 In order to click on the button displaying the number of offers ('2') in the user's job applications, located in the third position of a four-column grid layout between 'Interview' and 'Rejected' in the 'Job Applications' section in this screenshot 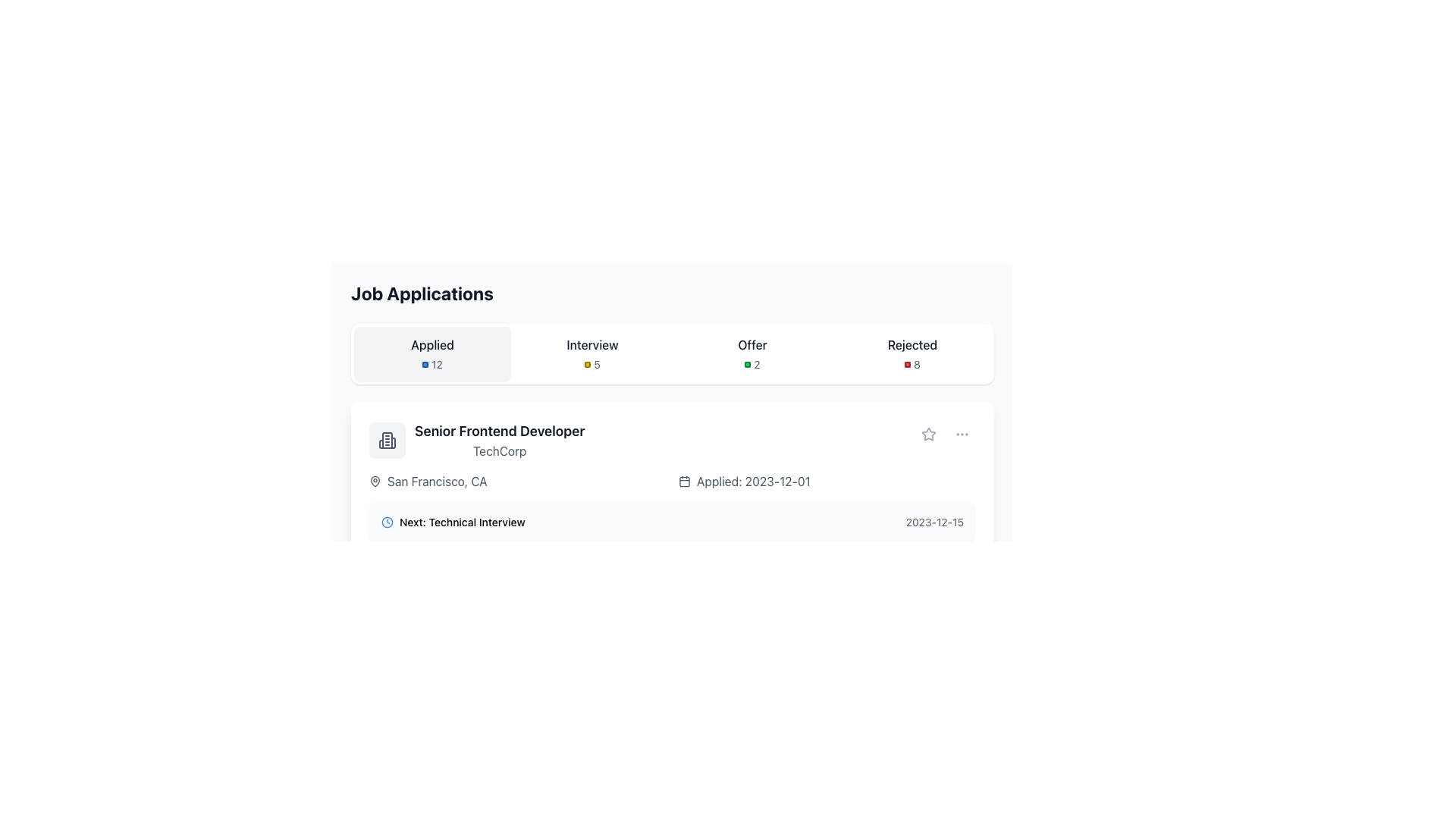, I will do `click(752, 353)`.